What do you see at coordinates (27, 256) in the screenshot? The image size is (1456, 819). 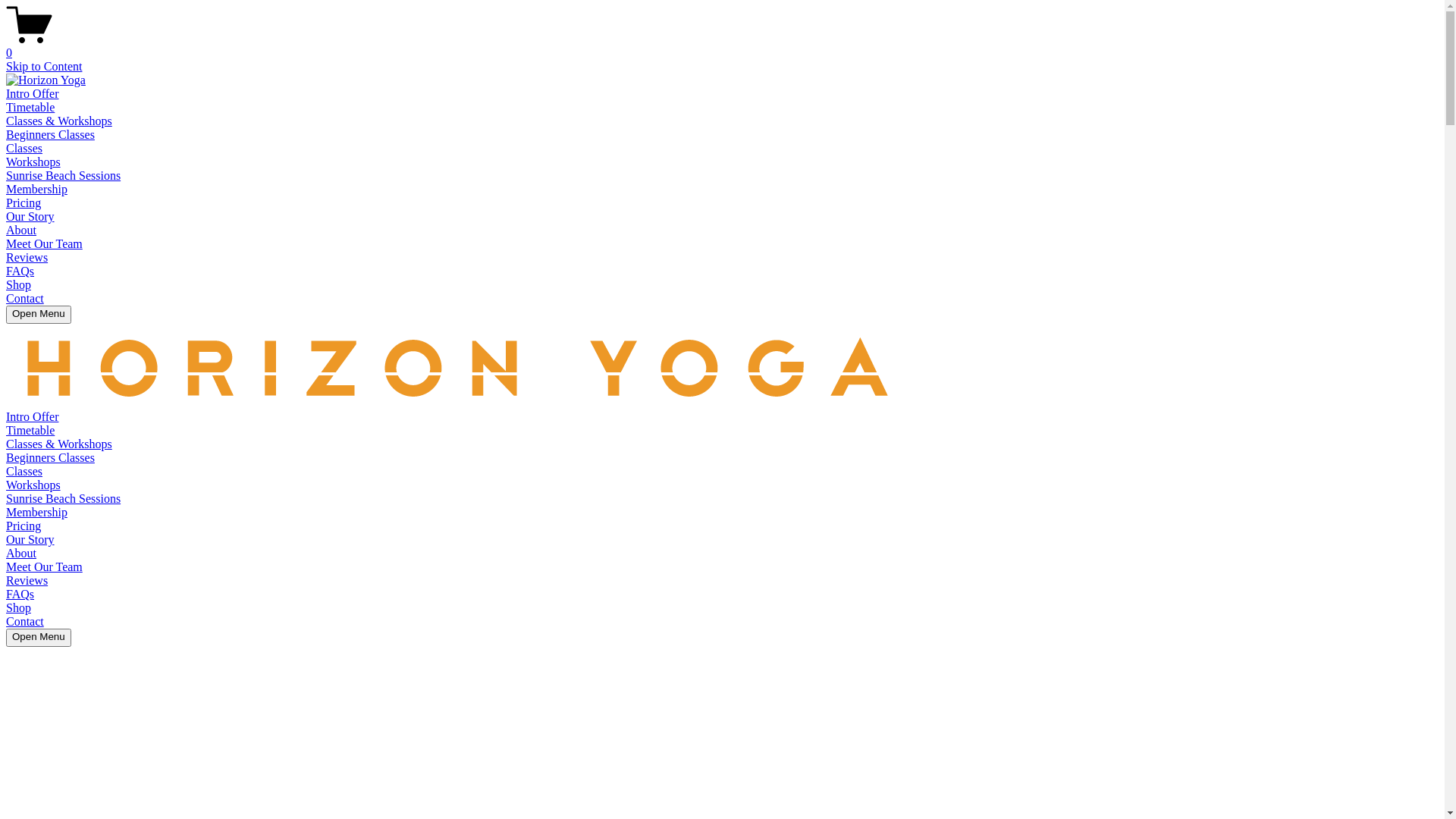 I see `'Reviews'` at bounding box center [27, 256].